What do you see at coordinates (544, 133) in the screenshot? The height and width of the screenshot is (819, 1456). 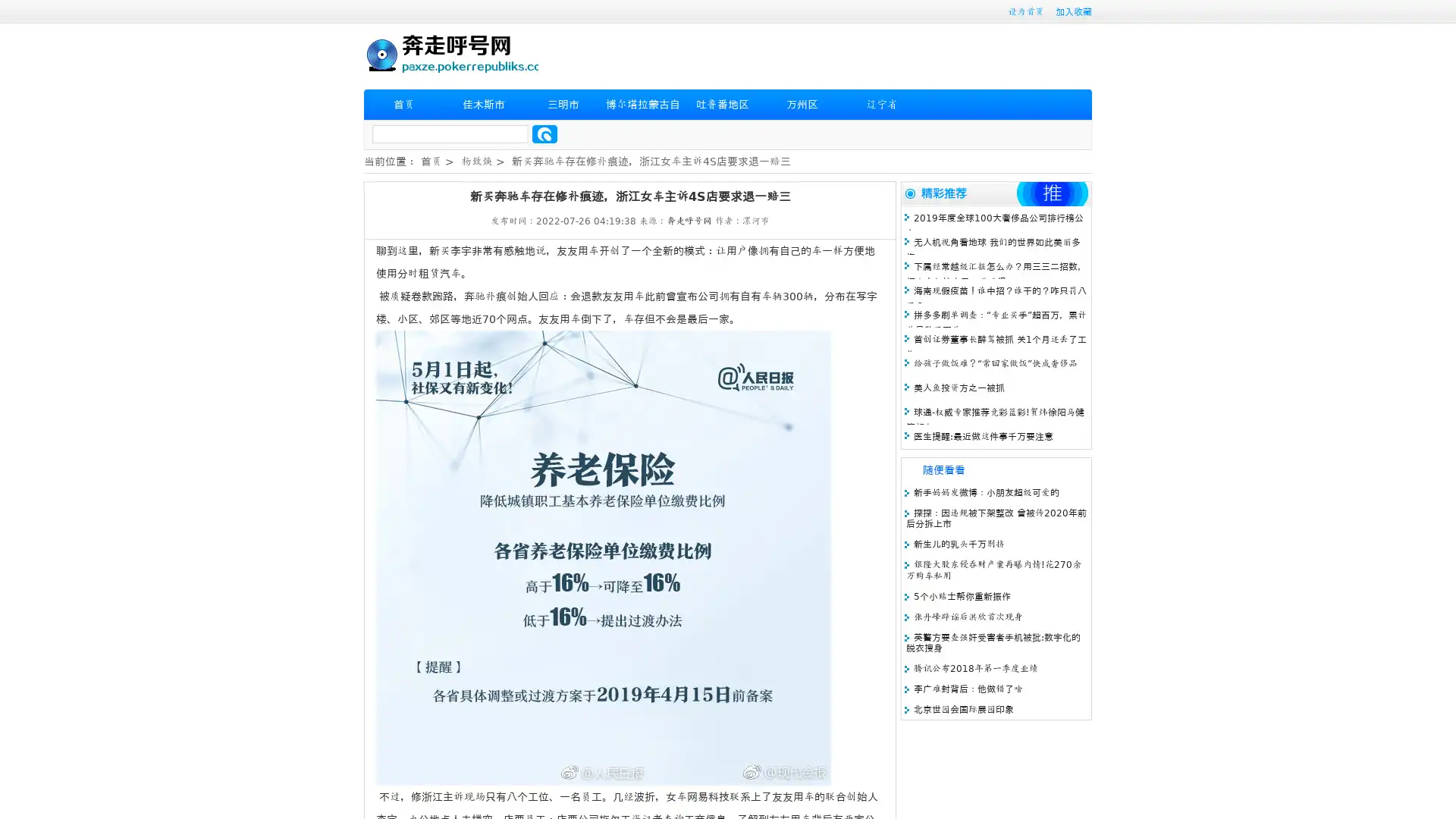 I see `Search` at bounding box center [544, 133].